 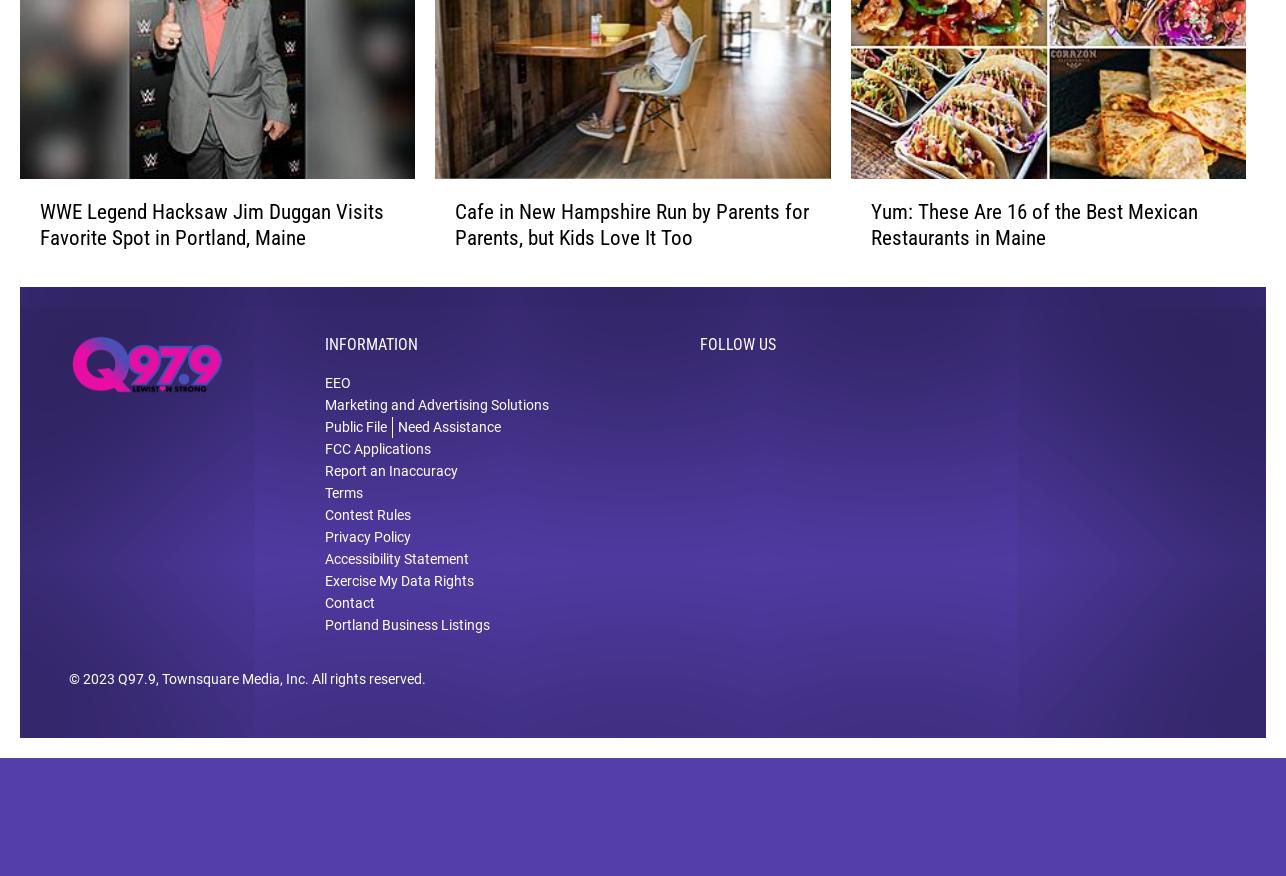 What do you see at coordinates (323, 611) in the screenshot?
I see `'Exercise My Data Rights'` at bounding box center [323, 611].